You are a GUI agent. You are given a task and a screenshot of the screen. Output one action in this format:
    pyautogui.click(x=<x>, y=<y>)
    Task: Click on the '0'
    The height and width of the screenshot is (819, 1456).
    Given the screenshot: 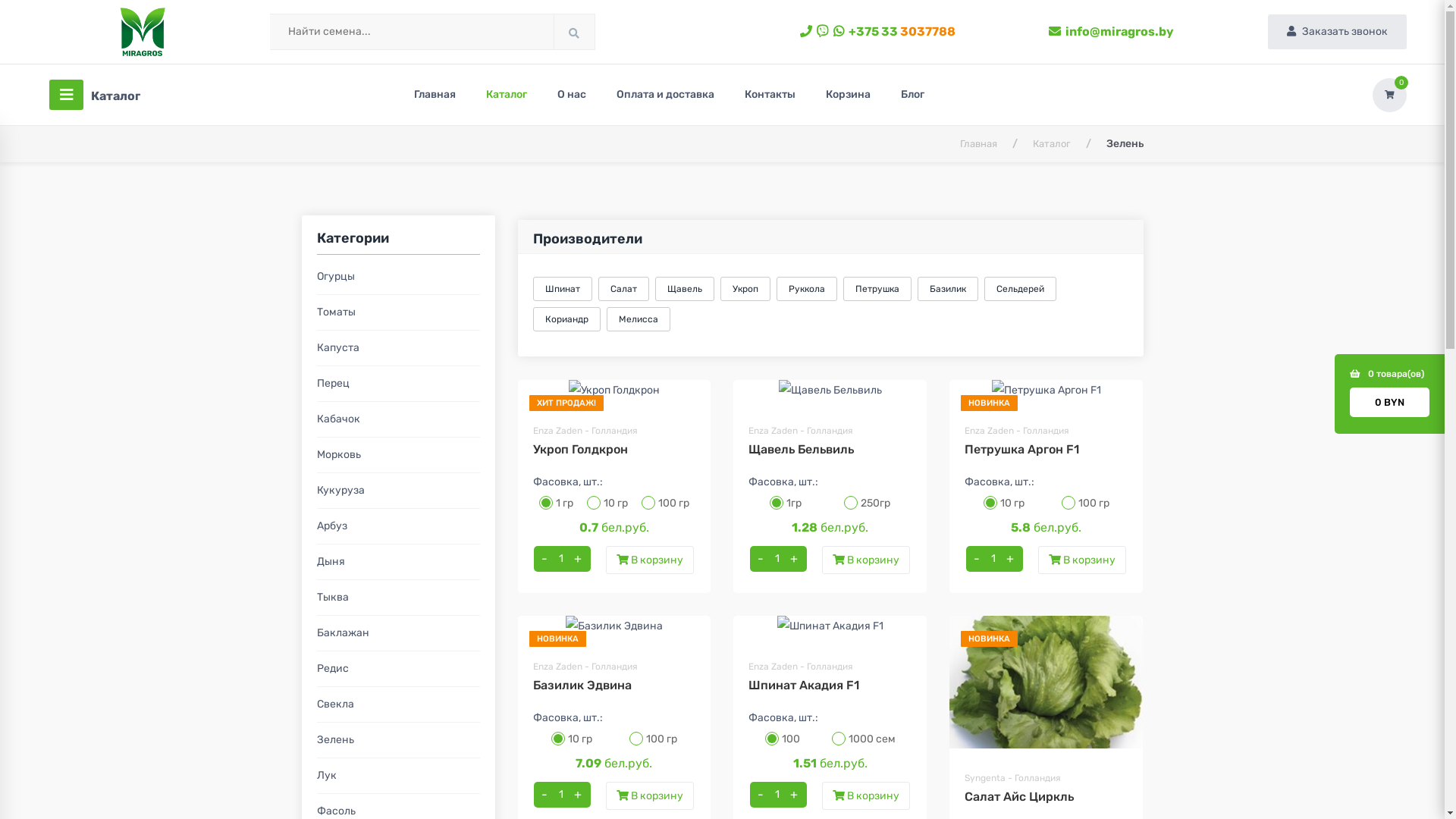 What is the action you would take?
    pyautogui.click(x=1389, y=95)
    